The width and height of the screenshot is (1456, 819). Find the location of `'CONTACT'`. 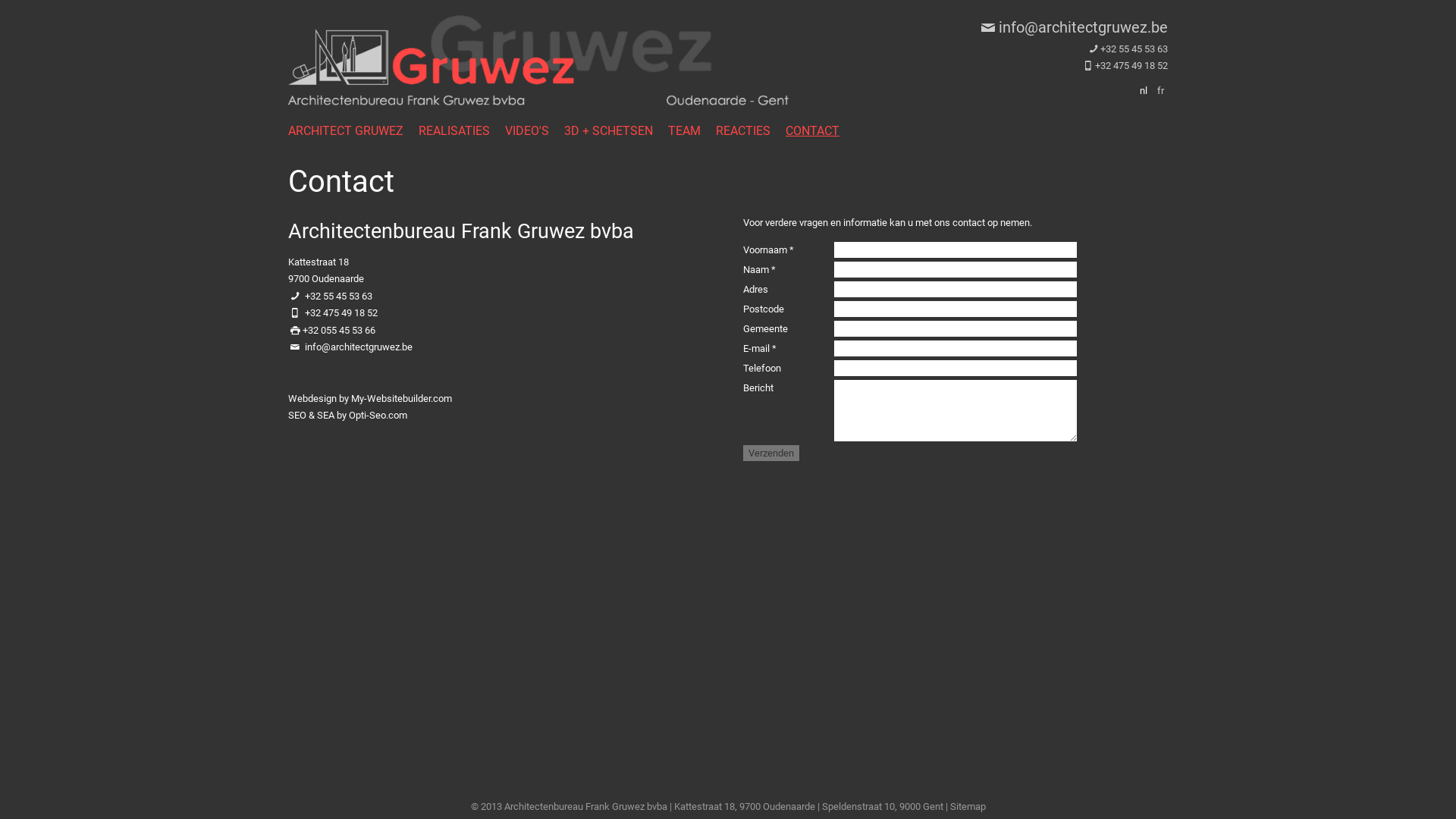

'CONTACT' is located at coordinates (819, 130).